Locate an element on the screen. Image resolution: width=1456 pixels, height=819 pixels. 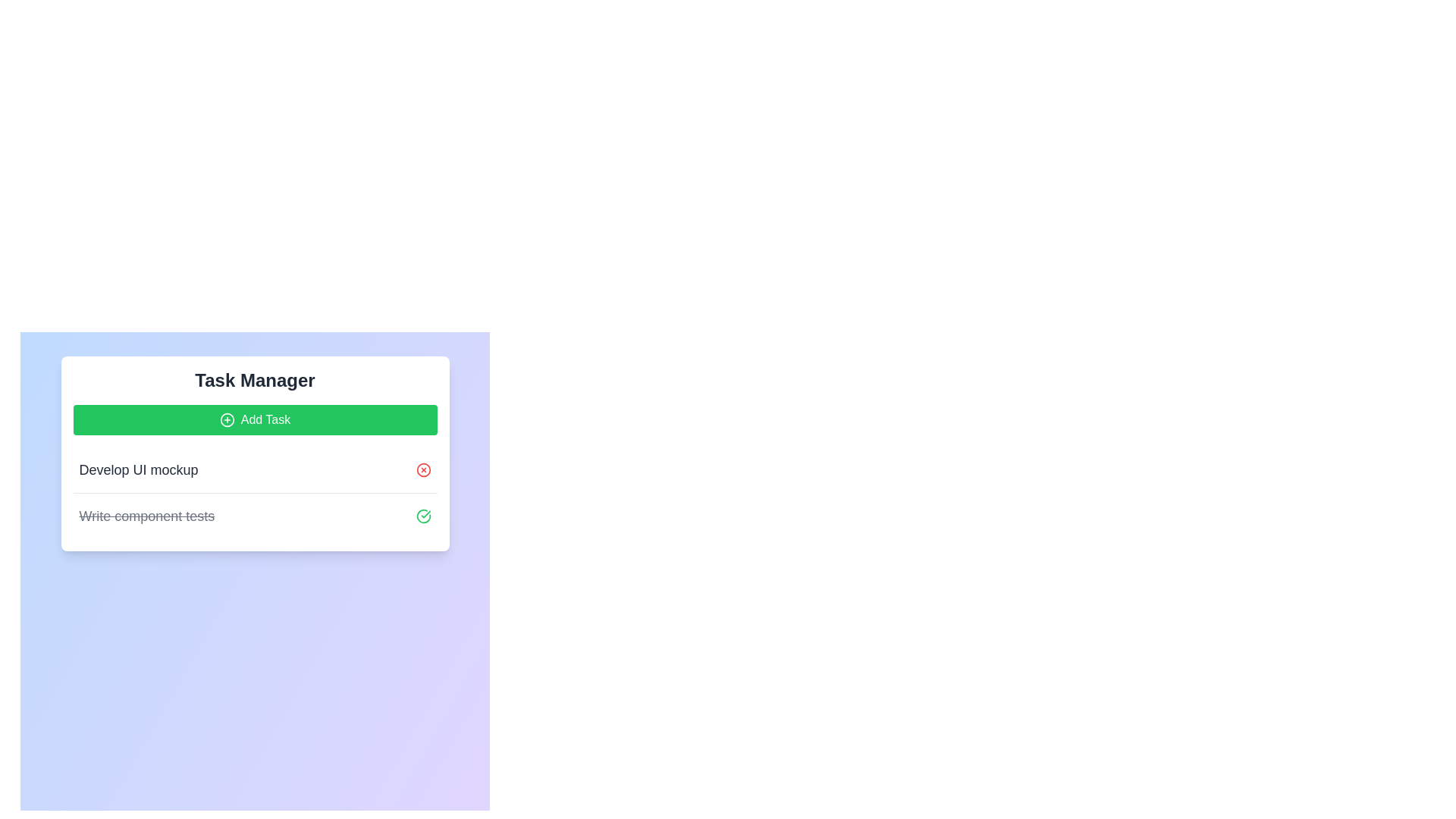
the text label reading 'Develop UI mockup', which is a bold, medium-sized, dark-gray font, located below the 'Task Manager' title and adjacent to the red delete icon is located at coordinates (138, 469).